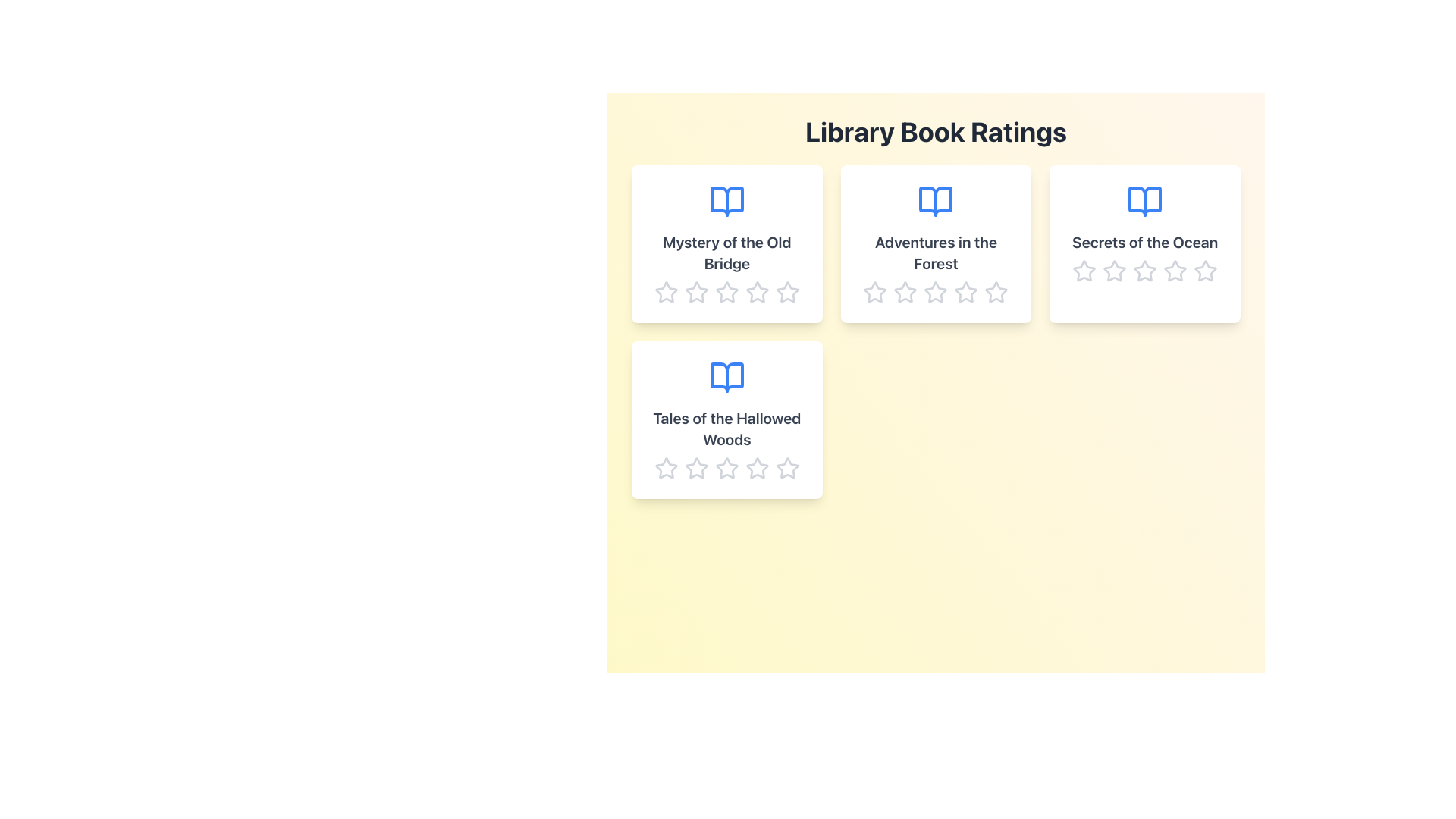 Image resolution: width=1456 pixels, height=819 pixels. I want to click on the second star icon in the rating row beneath the card titled 'Tales of the Hallowed Woods', so click(757, 467).